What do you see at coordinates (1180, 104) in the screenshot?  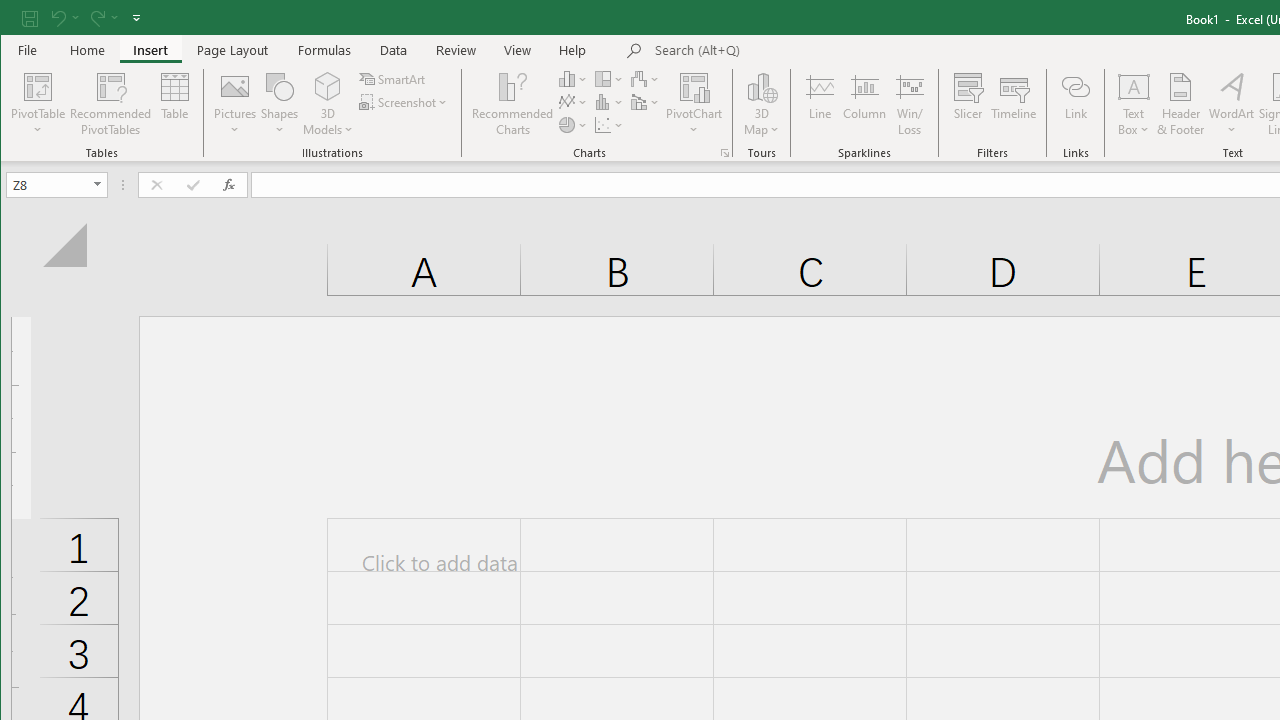 I see `'Header & Footer...'` at bounding box center [1180, 104].